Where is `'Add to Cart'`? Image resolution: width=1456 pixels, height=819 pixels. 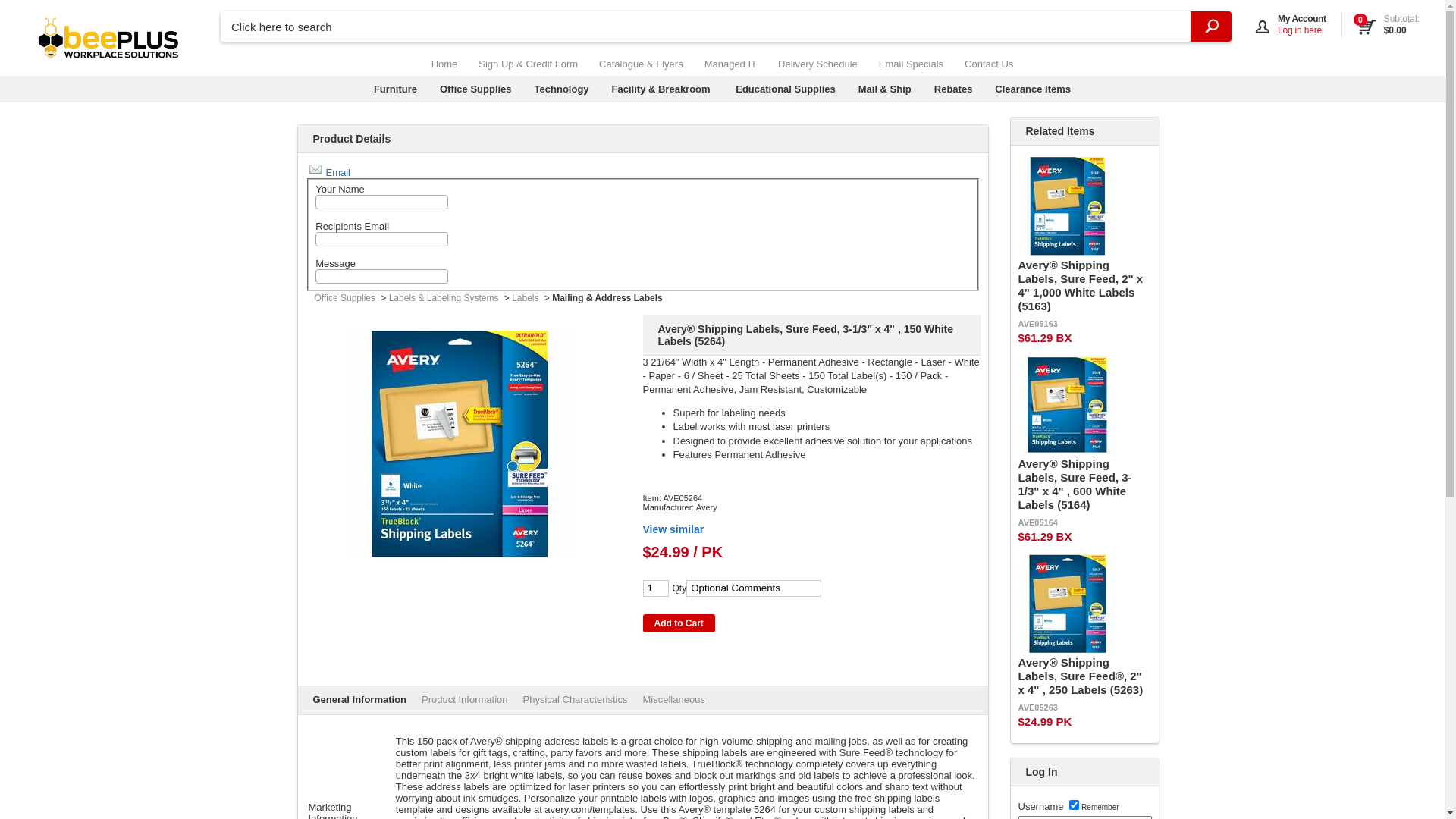 'Add to Cart' is located at coordinates (678, 623).